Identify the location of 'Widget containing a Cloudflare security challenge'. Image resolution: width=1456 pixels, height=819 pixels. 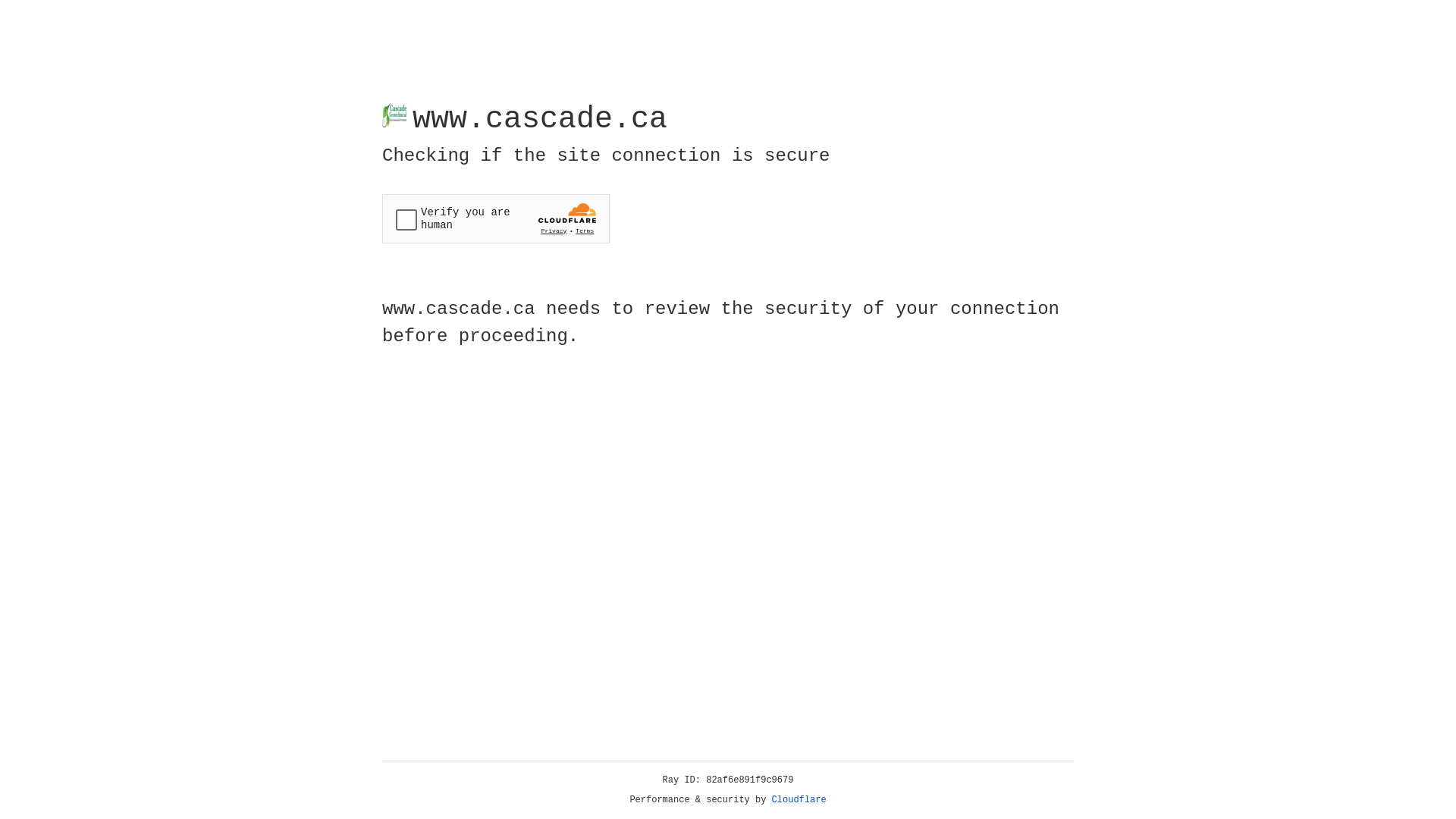
(495, 218).